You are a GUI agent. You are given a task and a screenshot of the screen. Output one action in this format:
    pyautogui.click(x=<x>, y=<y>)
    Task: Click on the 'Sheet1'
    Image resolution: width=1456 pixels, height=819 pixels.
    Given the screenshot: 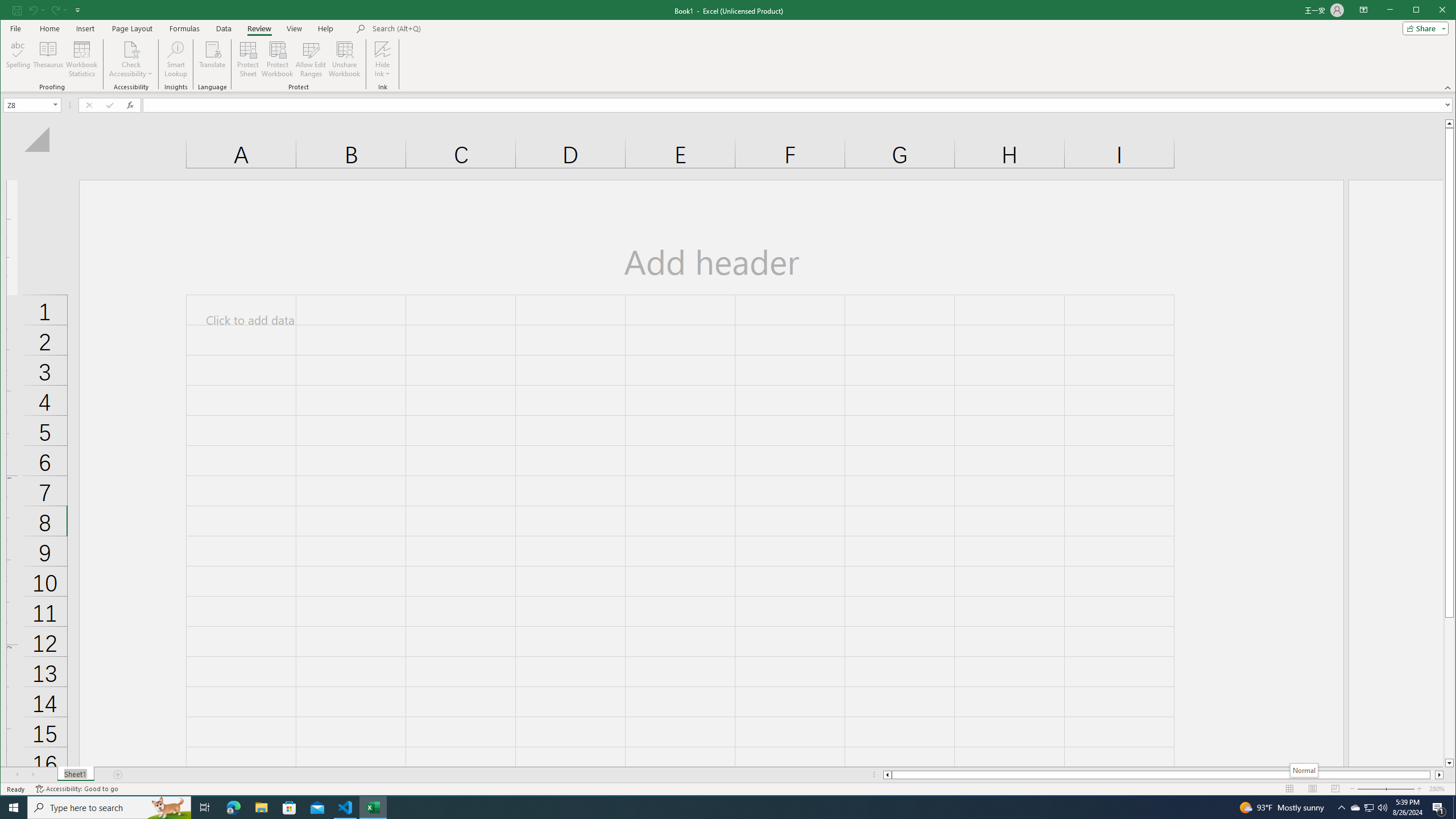 What is the action you would take?
    pyautogui.click(x=76, y=775)
    